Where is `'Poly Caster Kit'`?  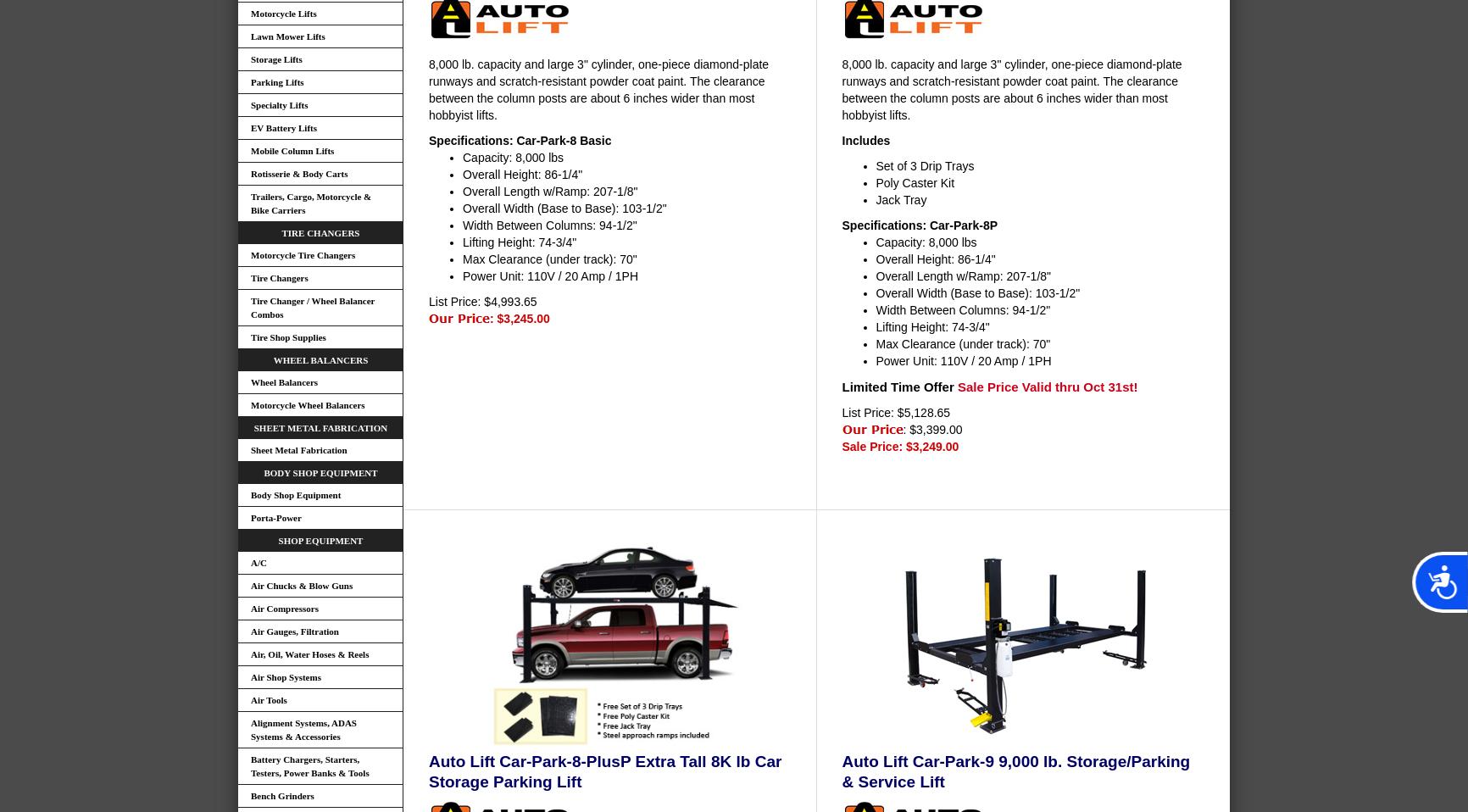
'Poly Caster Kit' is located at coordinates (915, 181).